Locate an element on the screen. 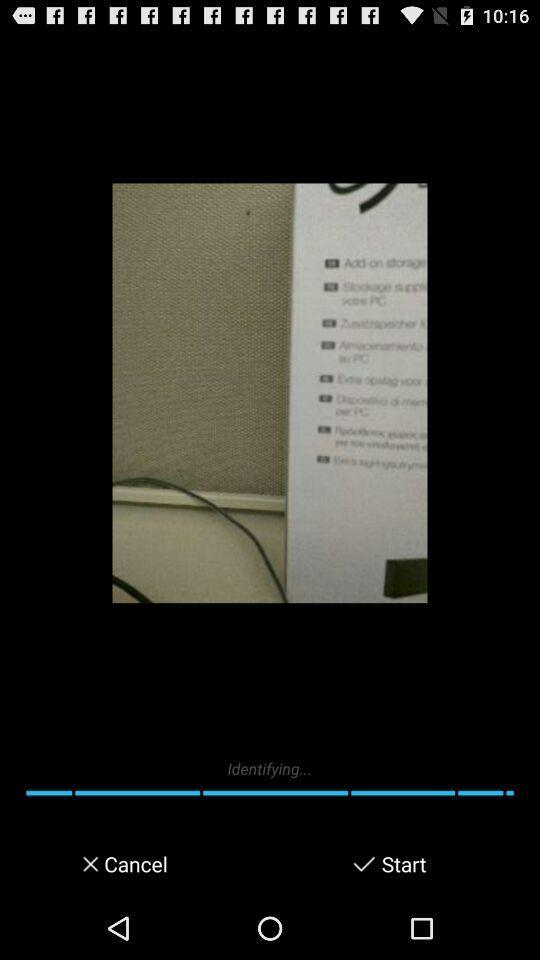 The height and width of the screenshot is (960, 540). item to the left of cancel icon is located at coordinates (83, 863).